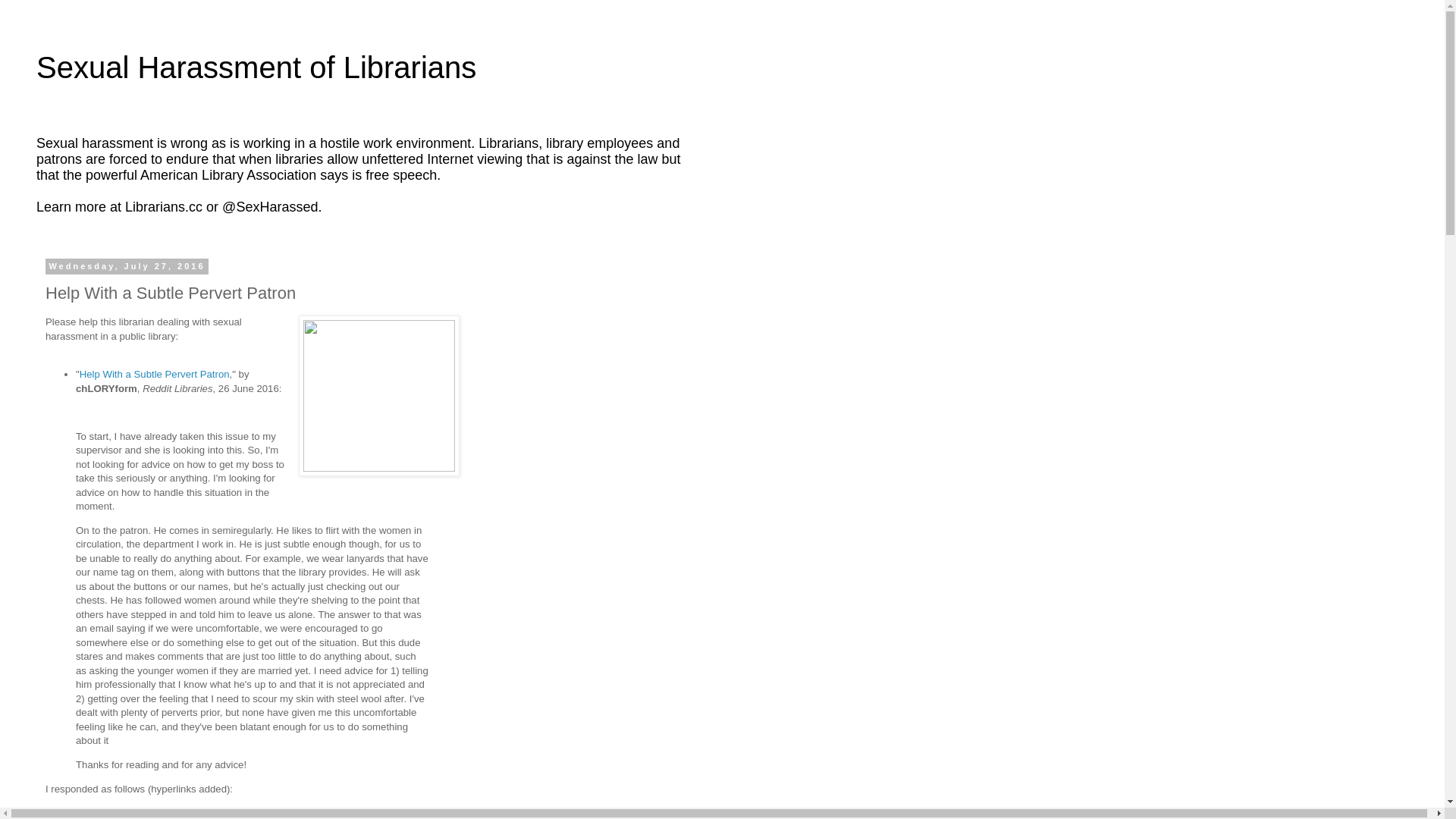 This screenshot has width=1456, height=819. I want to click on 'Help With a Subtle Pervert Patron', so click(154, 374).